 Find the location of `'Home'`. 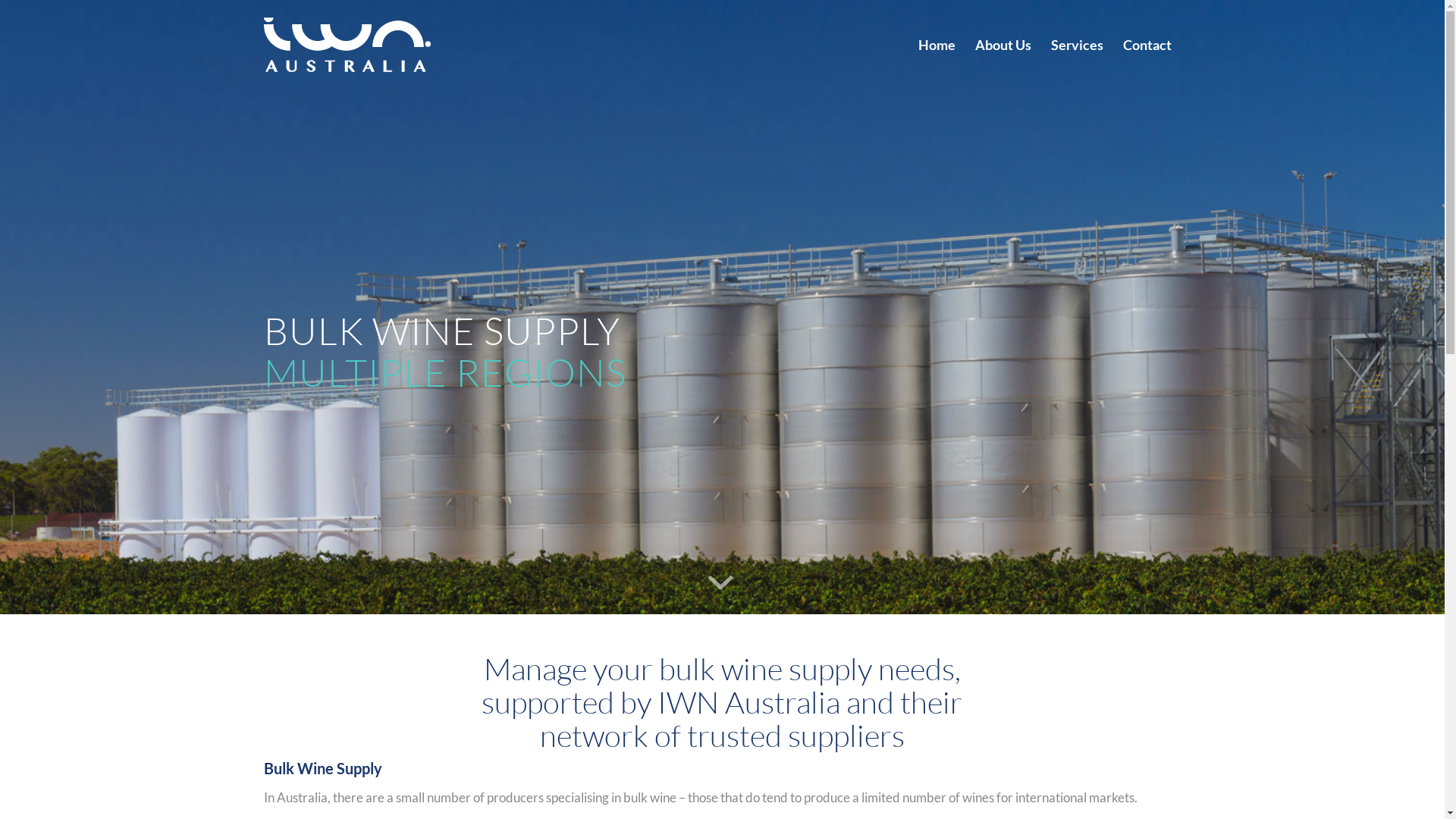

'Home' is located at coordinates (936, 43).